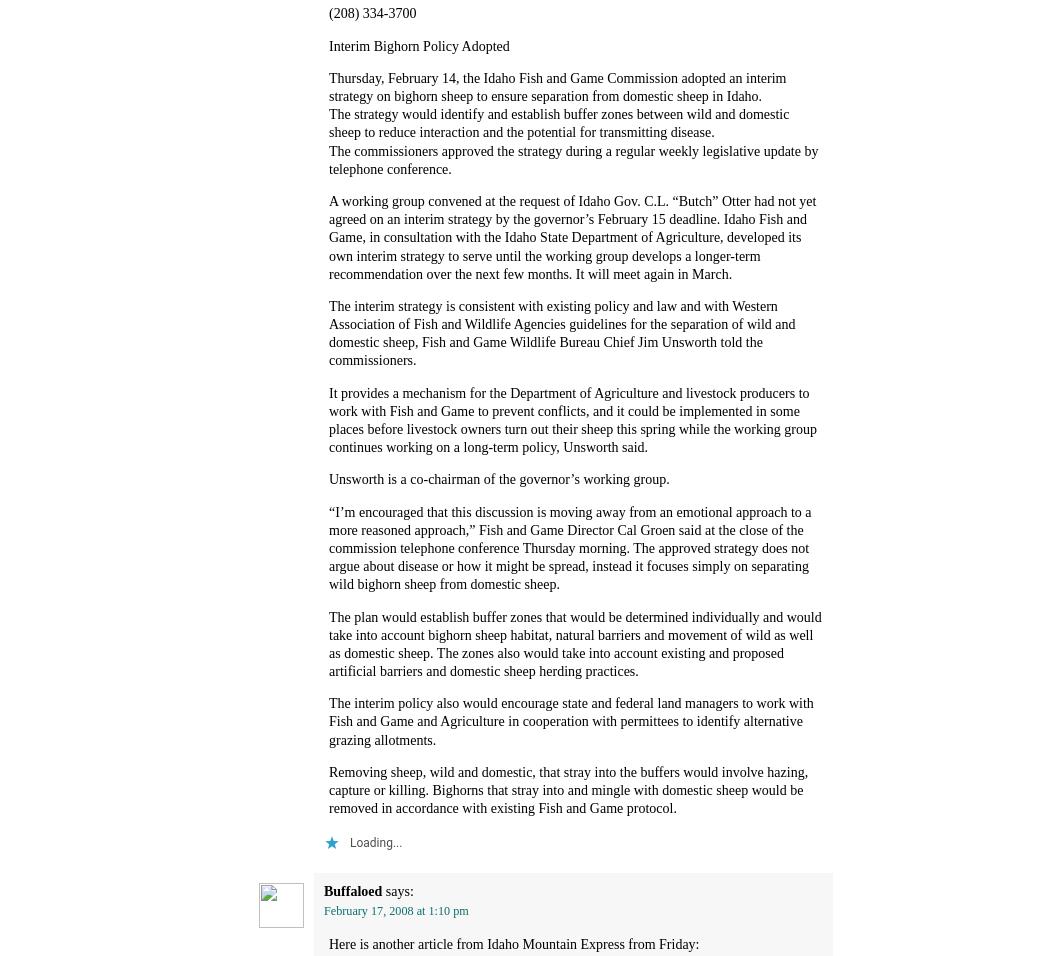  Describe the element at coordinates (497, 478) in the screenshot. I see `'Unsworth is a co-chairman of the governor’s working group.'` at that location.